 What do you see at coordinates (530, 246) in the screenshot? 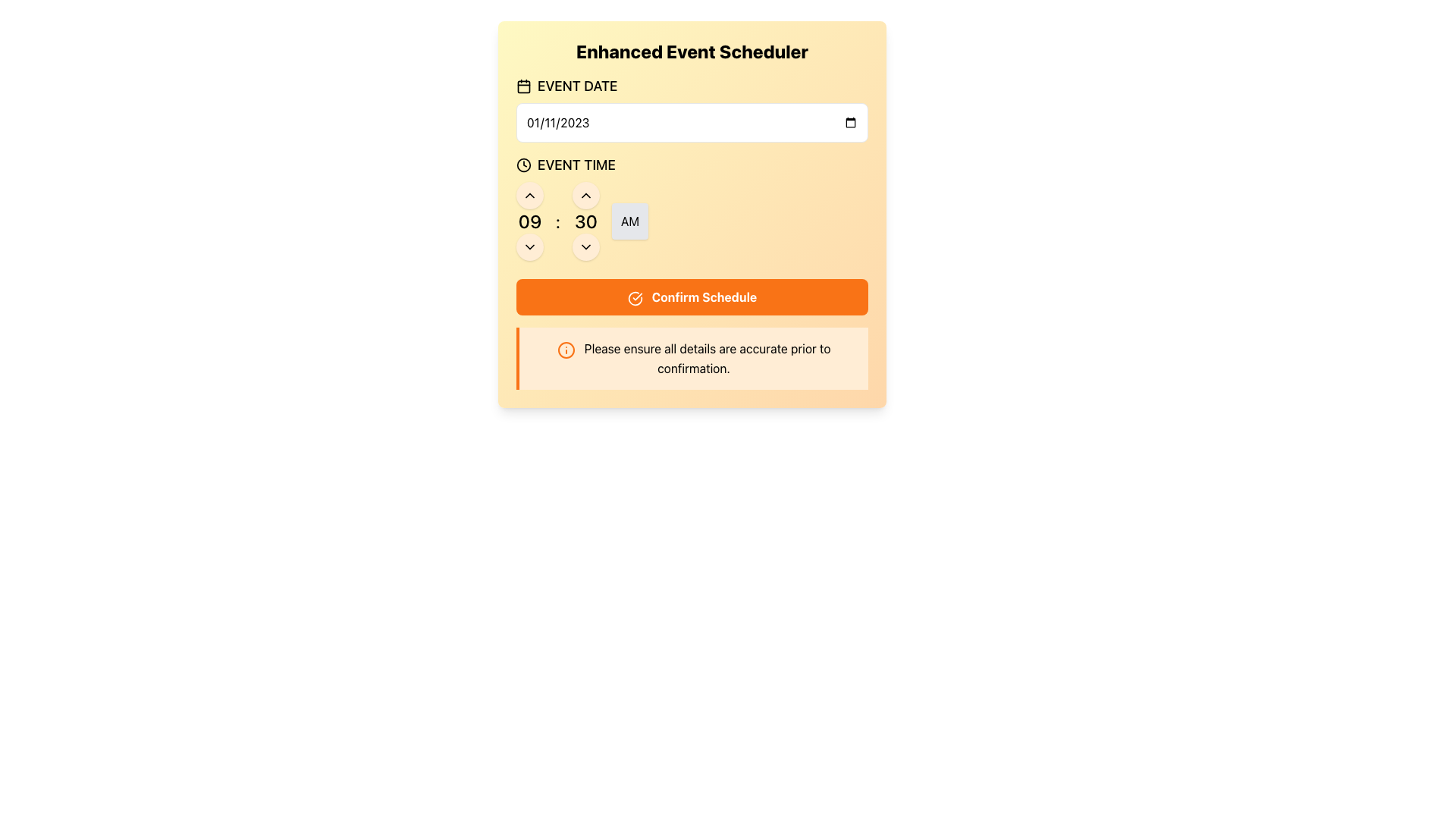
I see `the chevron-down icon located under the 'EVENT TIME' section` at bounding box center [530, 246].